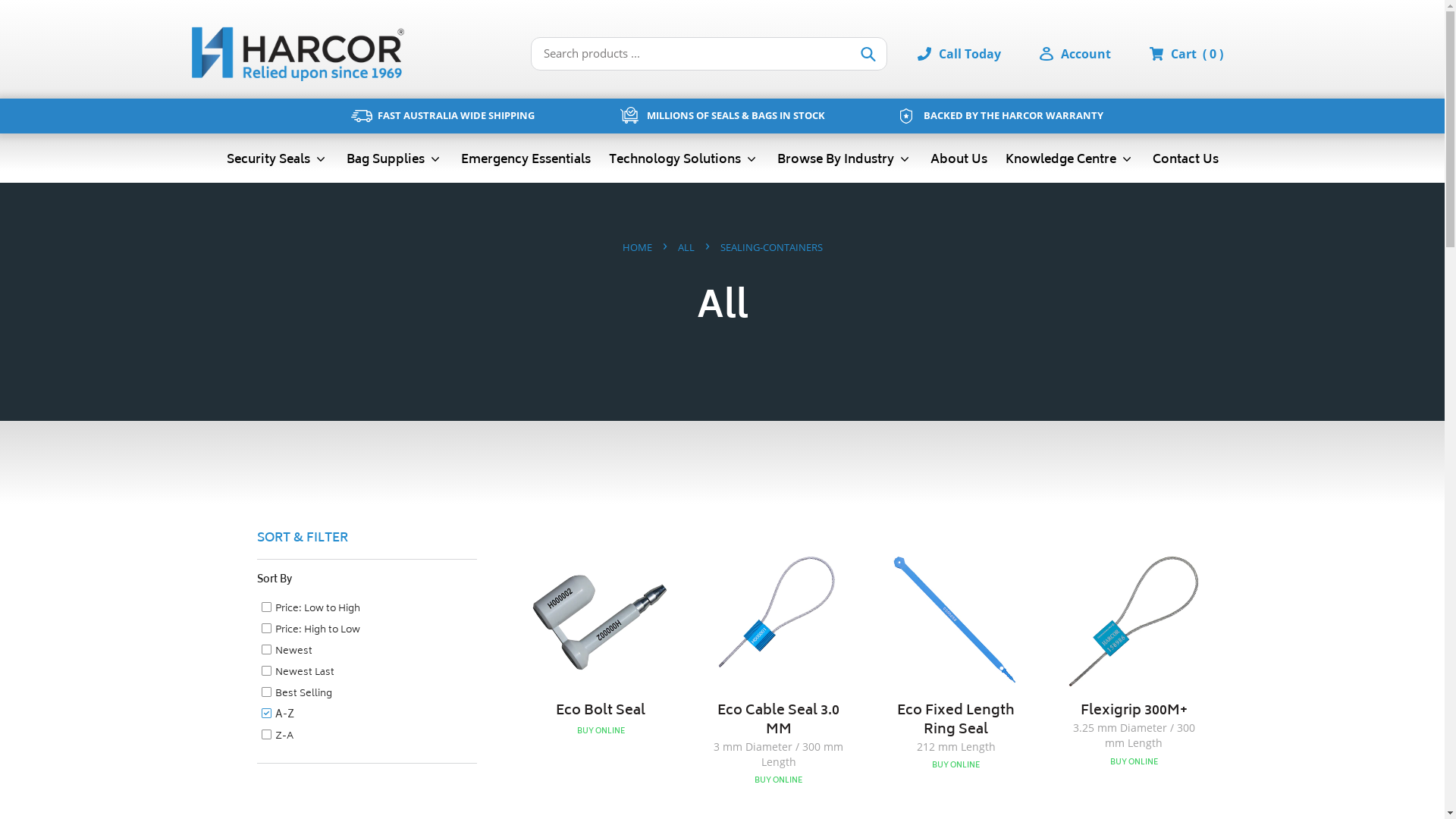  Describe the element at coordinates (1196, 52) in the screenshot. I see `'Cart` at that location.